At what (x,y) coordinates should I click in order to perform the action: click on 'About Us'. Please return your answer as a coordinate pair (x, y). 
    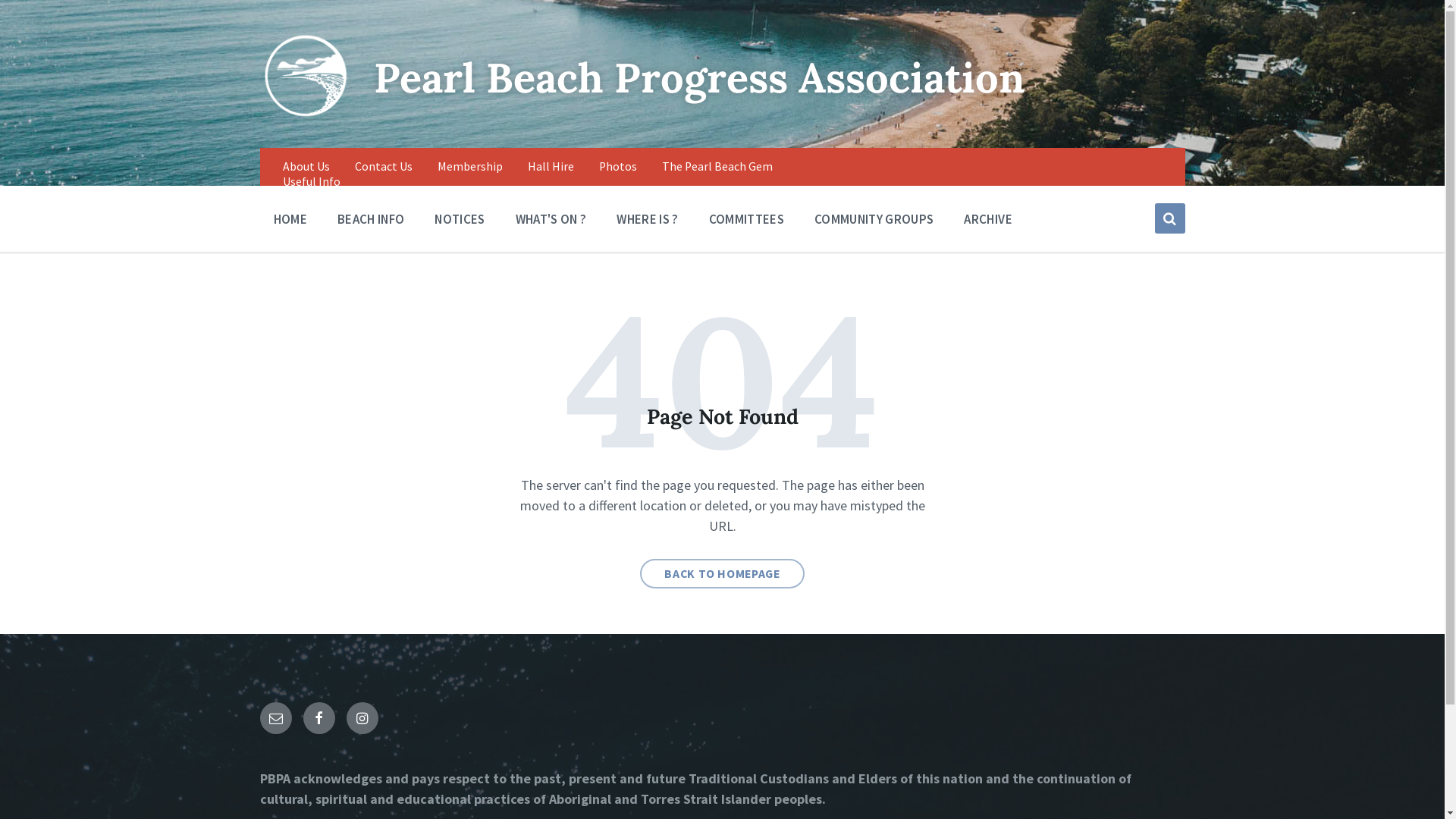
    Looking at the image, I should click on (305, 166).